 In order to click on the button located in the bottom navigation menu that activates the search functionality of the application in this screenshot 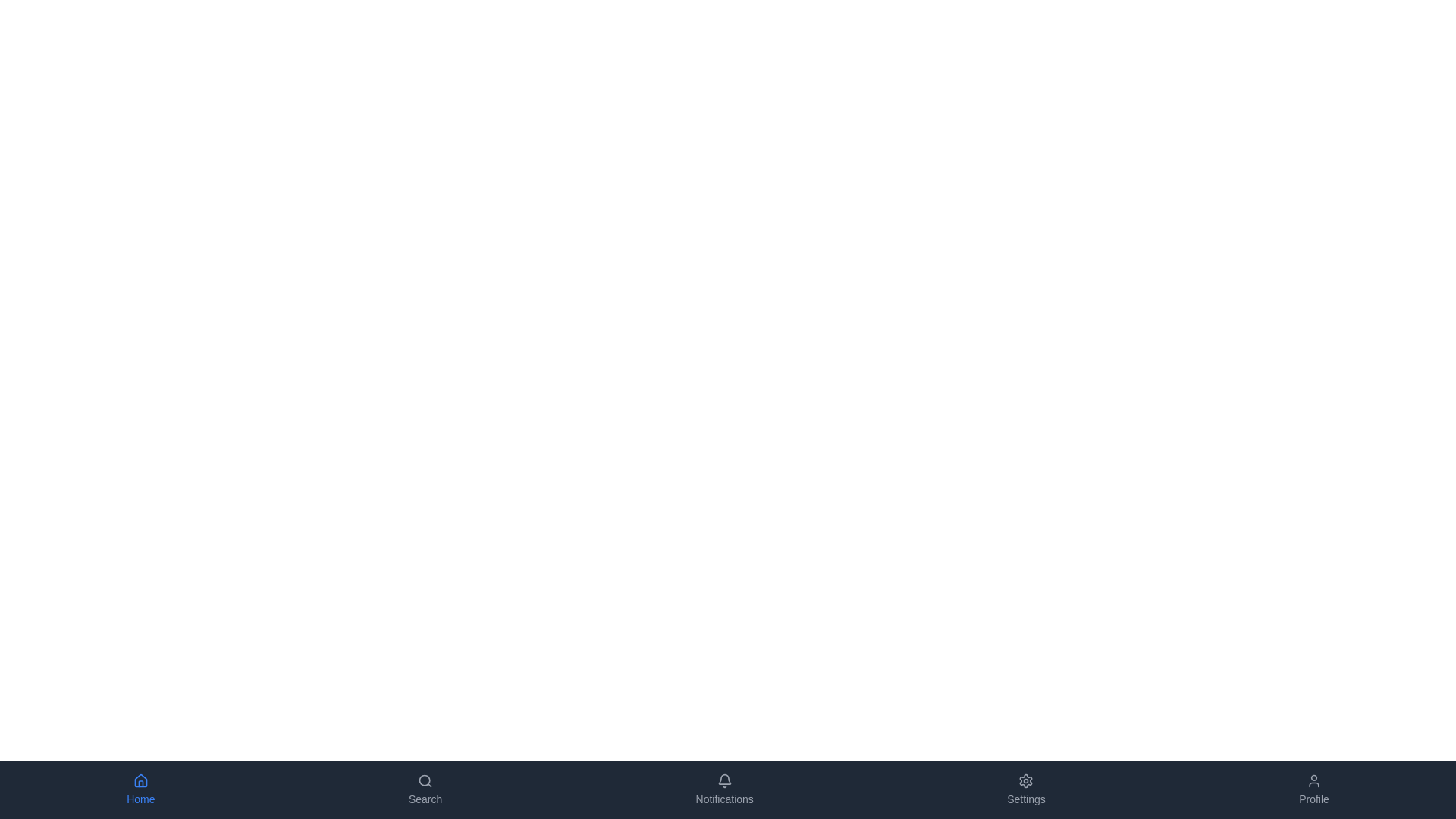, I will do `click(425, 789)`.